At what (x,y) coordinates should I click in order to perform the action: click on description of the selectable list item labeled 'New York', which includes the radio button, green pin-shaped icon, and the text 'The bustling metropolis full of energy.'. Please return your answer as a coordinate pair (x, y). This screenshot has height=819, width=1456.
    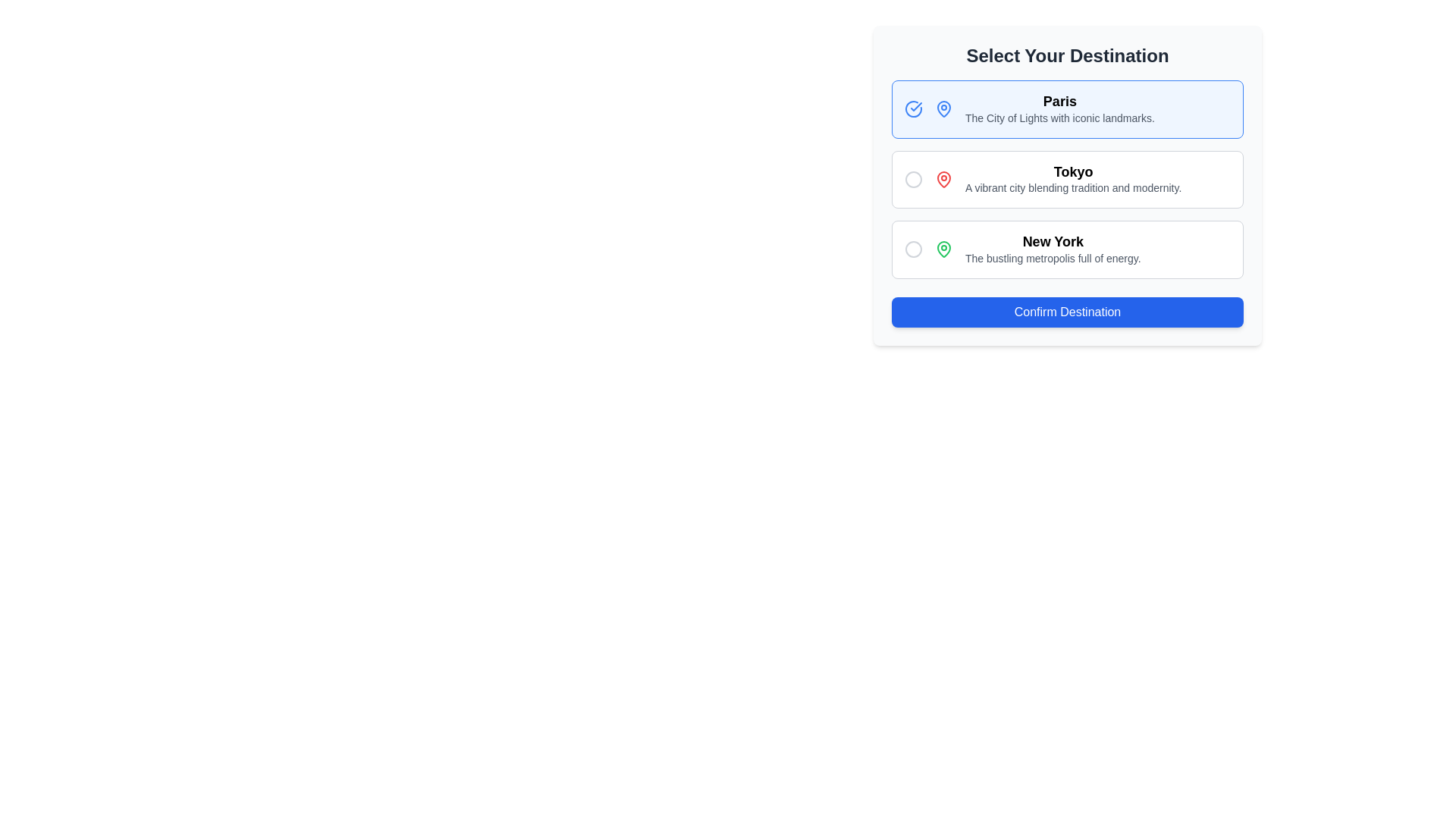
    Looking at the image, I should click on (1066, 248).